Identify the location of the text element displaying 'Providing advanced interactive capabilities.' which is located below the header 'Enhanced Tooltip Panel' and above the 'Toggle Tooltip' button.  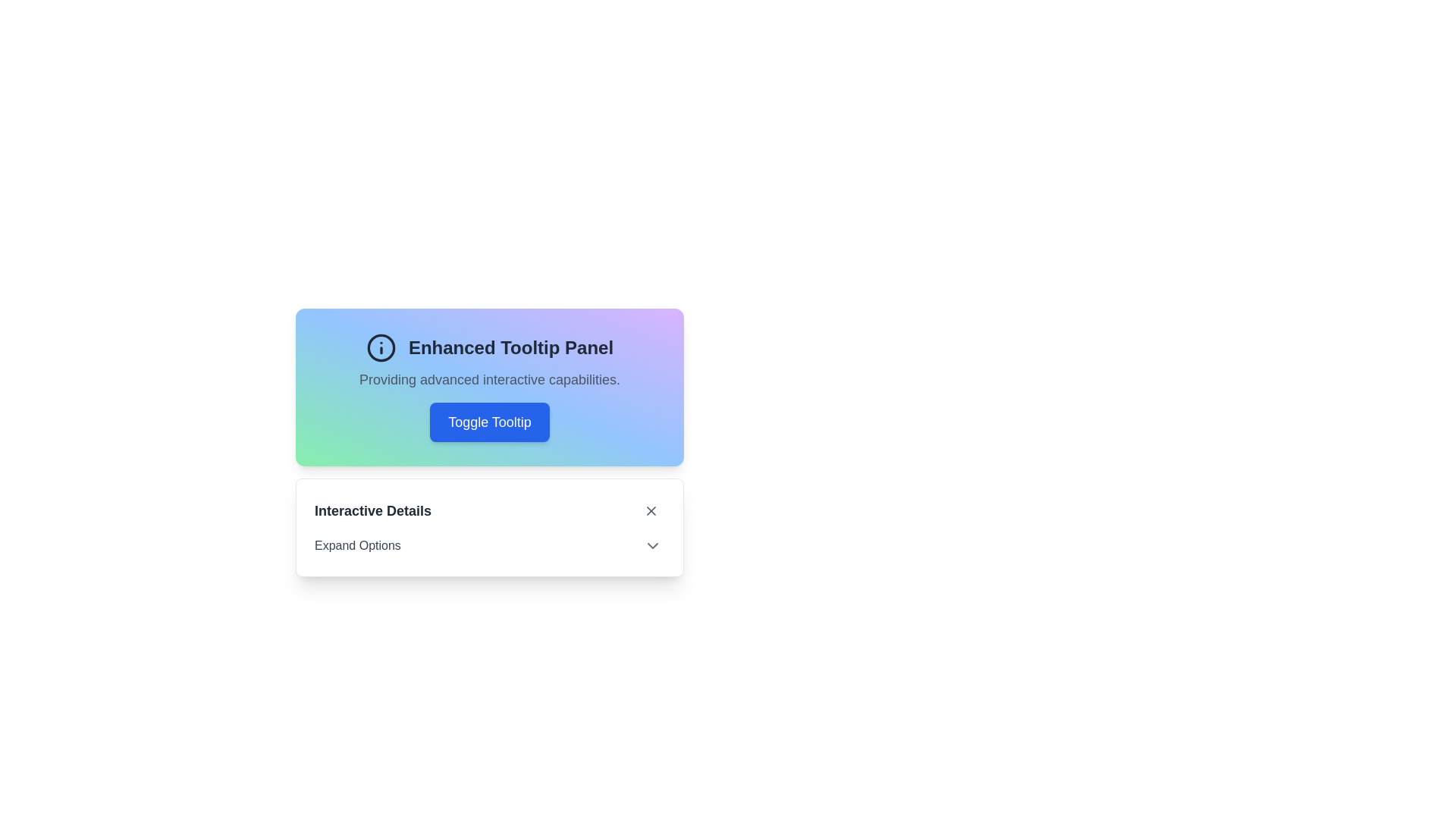
(490, 379).